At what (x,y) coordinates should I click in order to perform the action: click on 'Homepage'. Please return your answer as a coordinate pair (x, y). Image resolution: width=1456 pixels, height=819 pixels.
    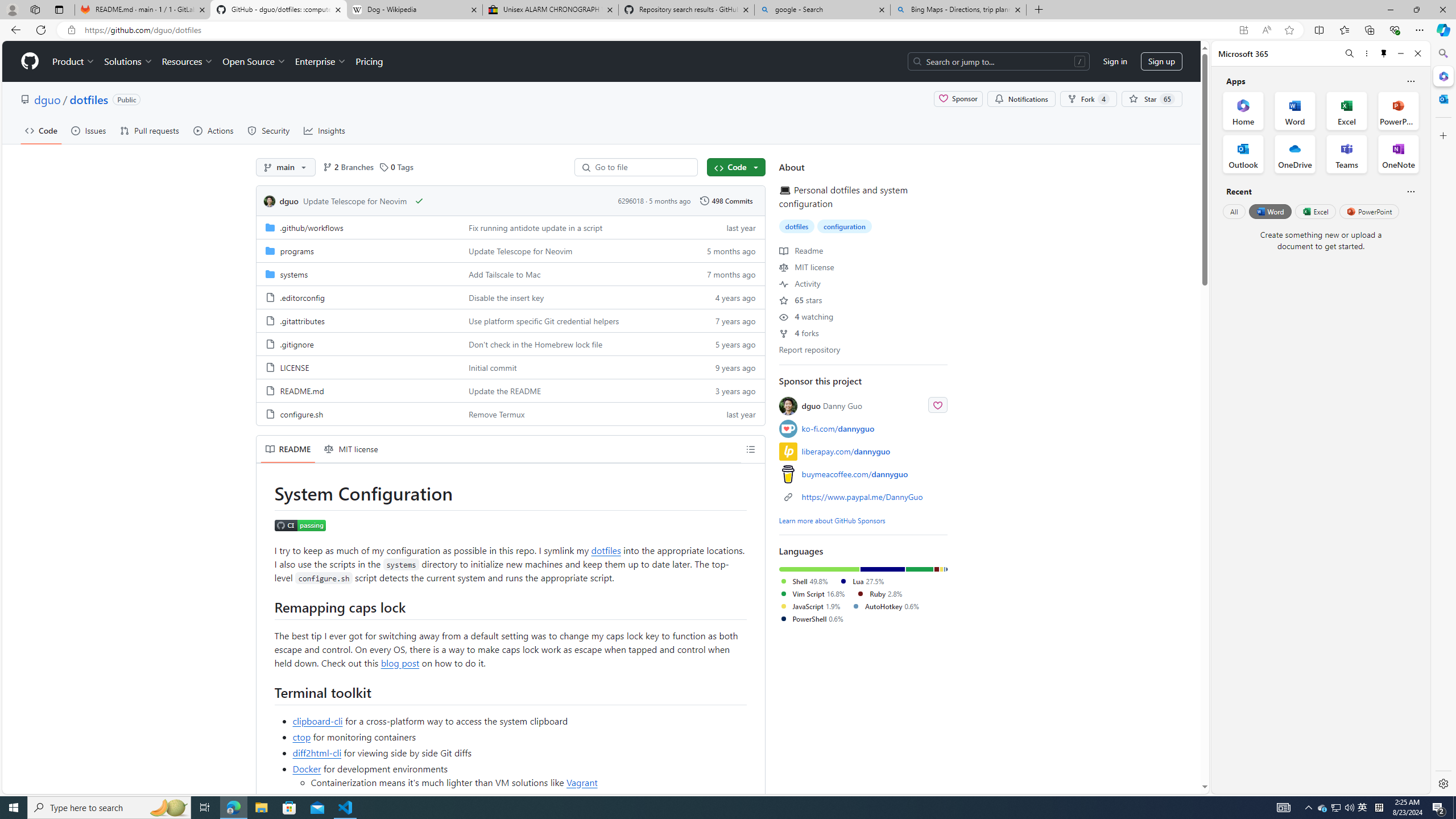
    Looking at the image, I should click on (30, 61).